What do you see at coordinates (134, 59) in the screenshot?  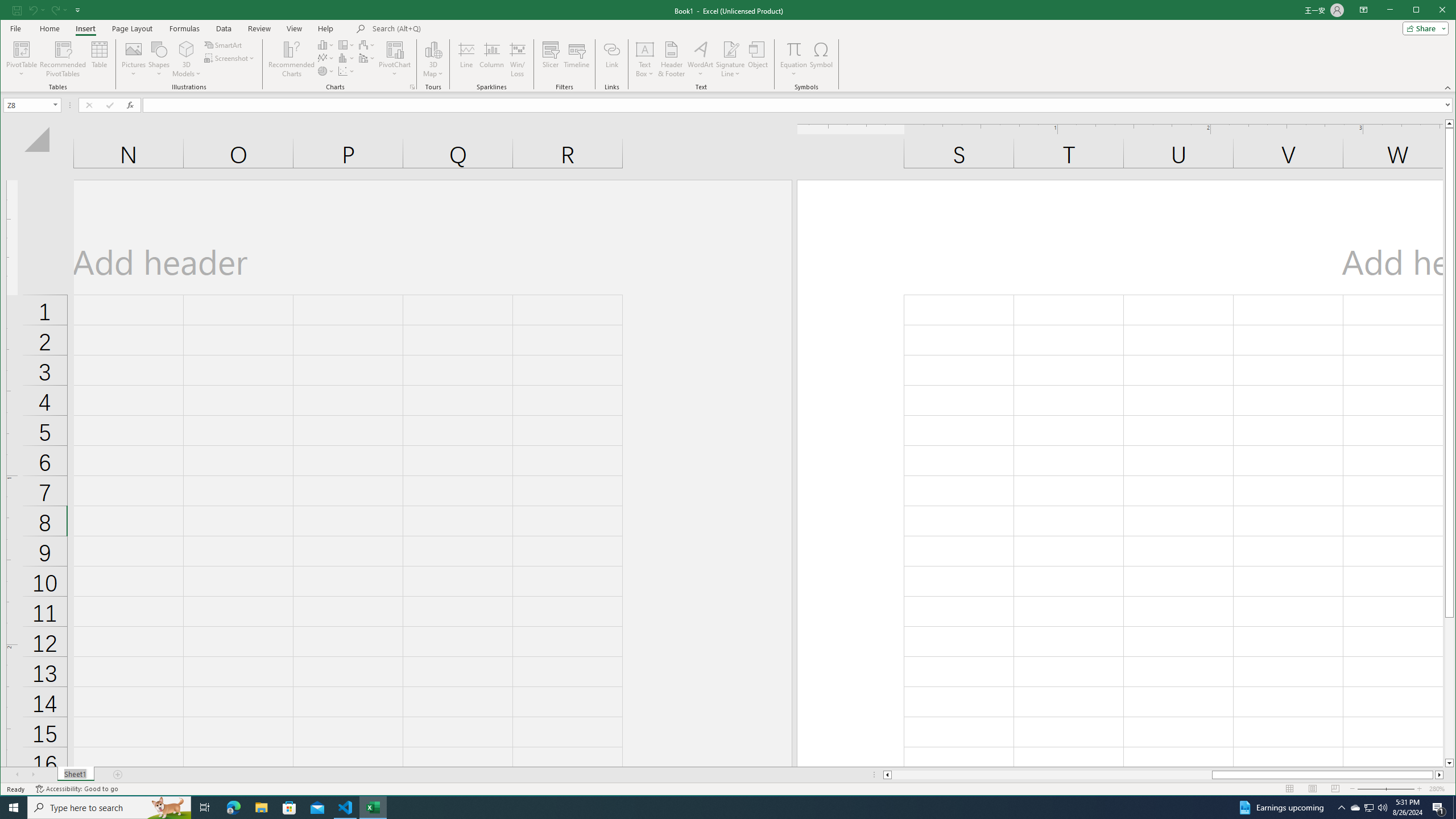 I see `'Pictures'` at bounding box center [134, 59].